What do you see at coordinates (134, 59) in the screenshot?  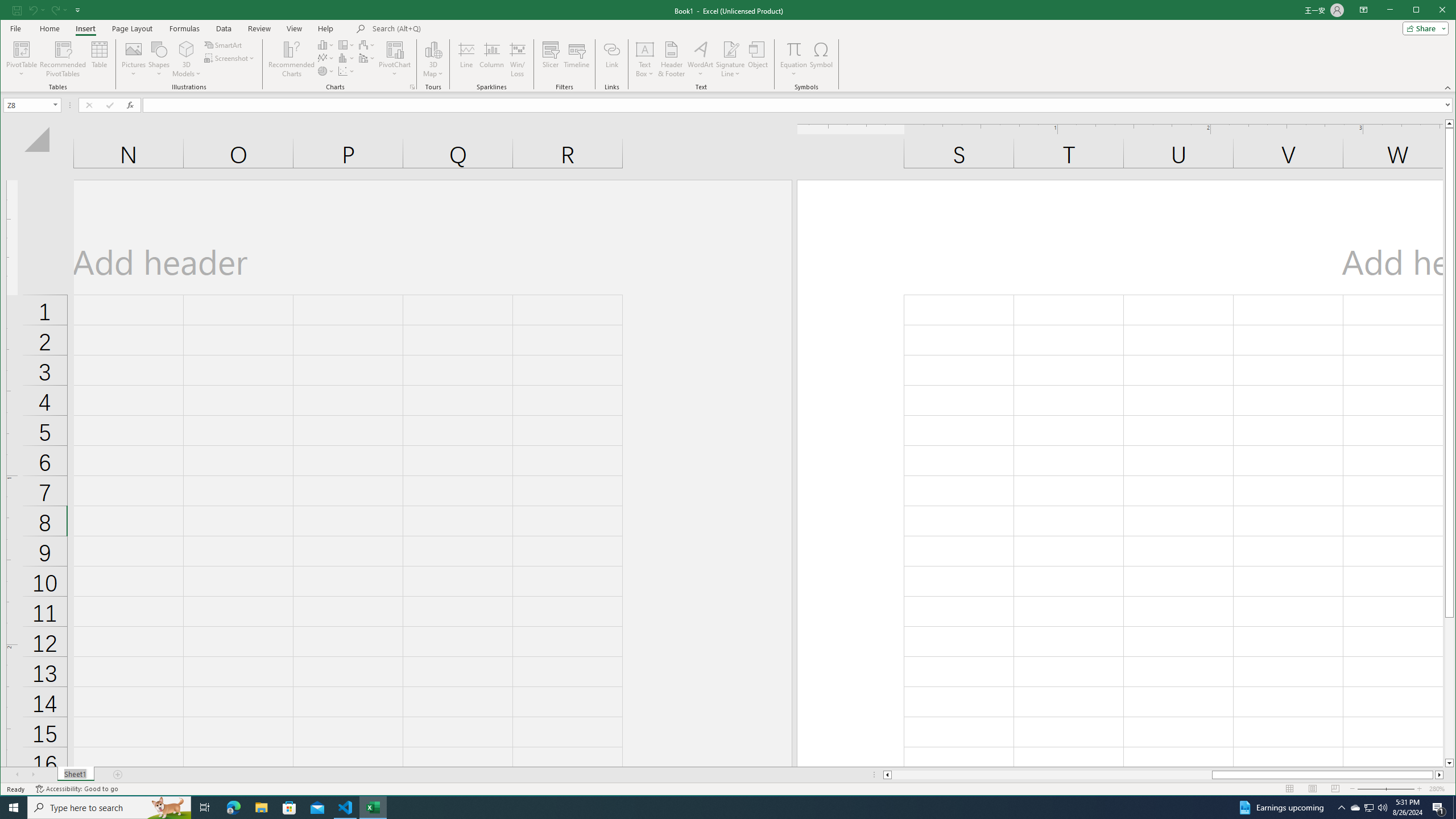 I see `'Pictures'` at bounding box center [134, 59].